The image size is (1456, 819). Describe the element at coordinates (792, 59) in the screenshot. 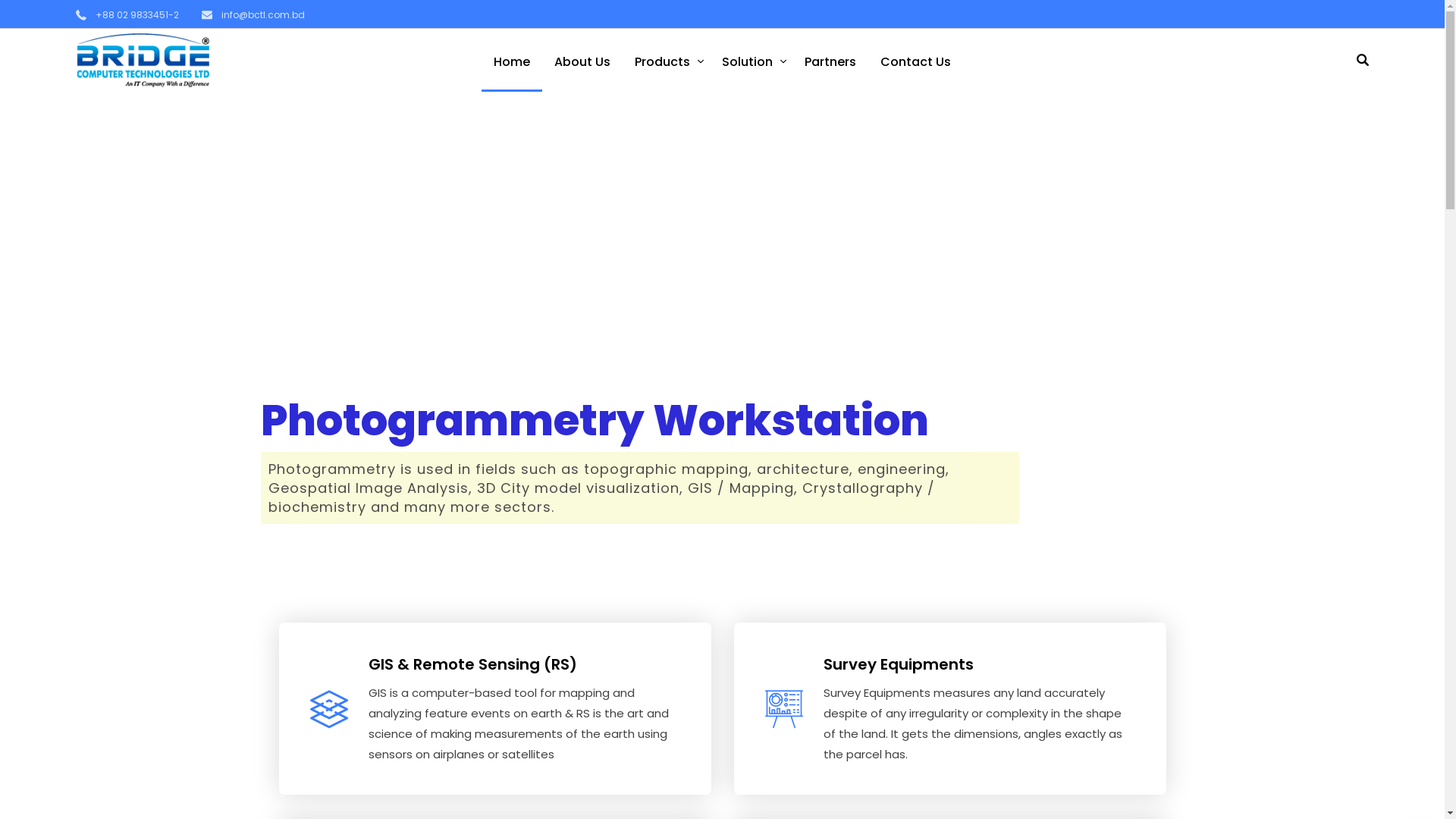

I see `'Partners'` at that location.